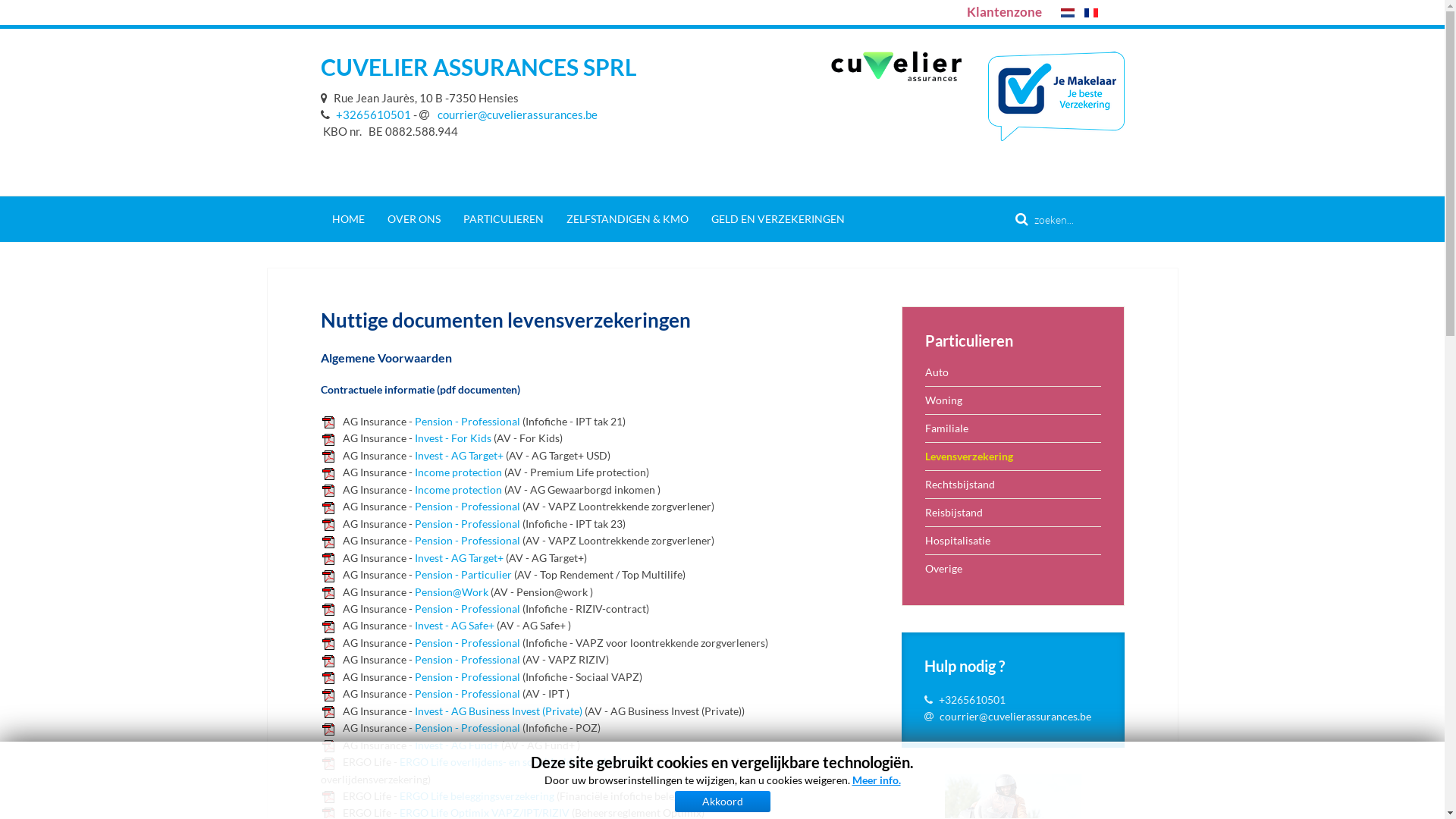  I want to click on 'Invest - AG Fund+', so click(414, 744).